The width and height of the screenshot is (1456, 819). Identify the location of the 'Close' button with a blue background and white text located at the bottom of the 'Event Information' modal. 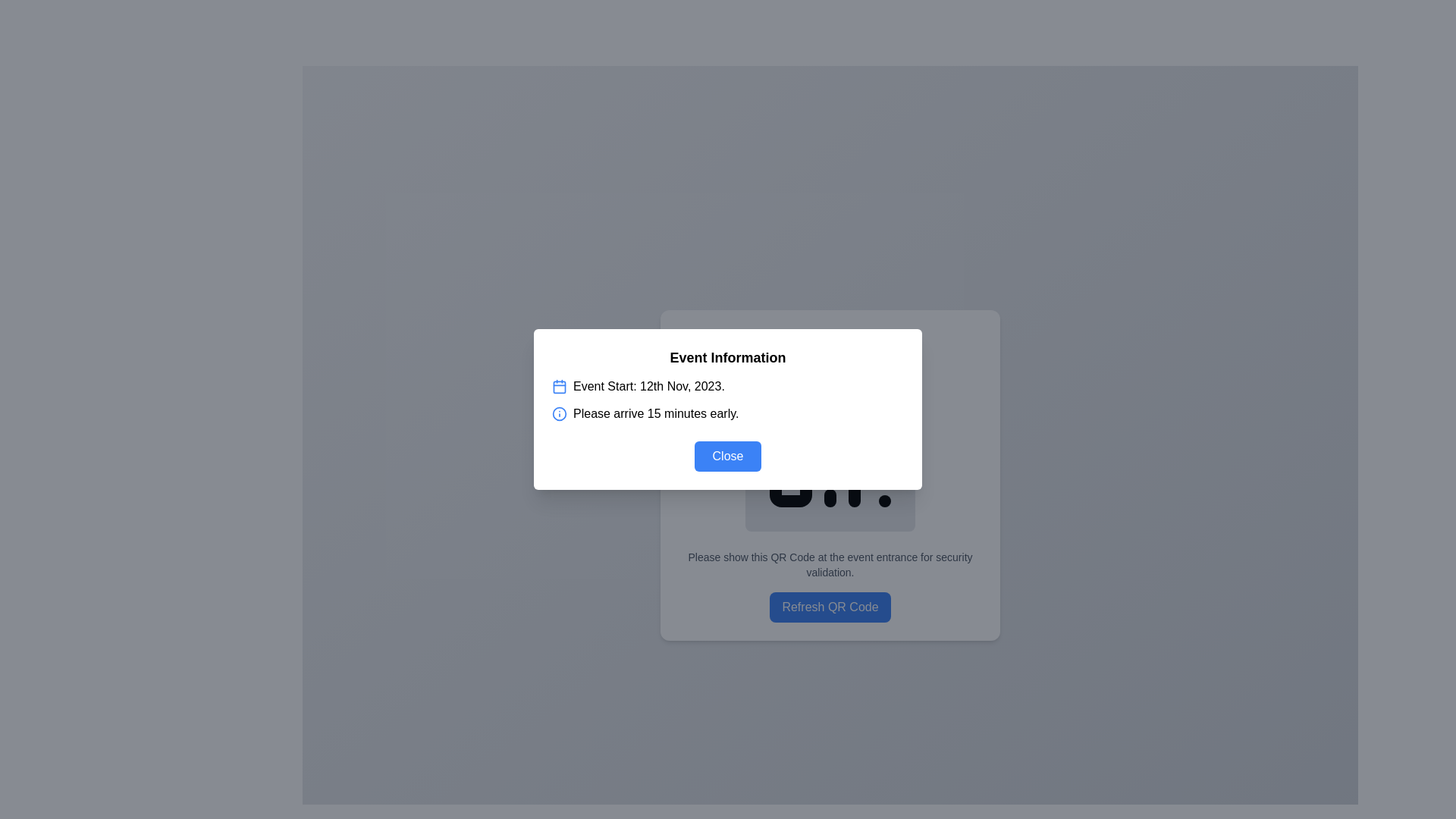
(728, 455).